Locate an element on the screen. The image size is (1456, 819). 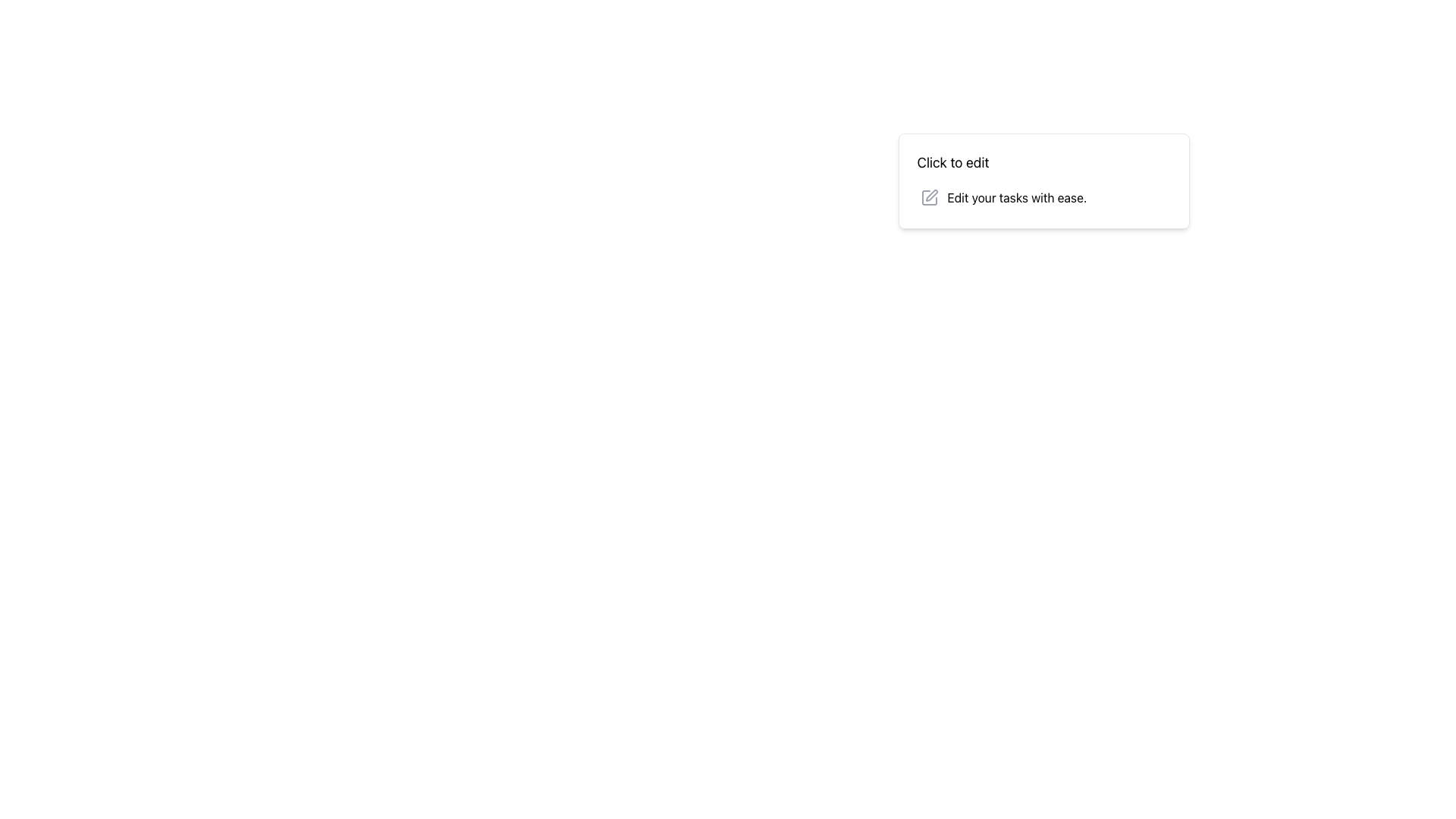
text label displaying 'Edit your tasks with ease.' which is located in a card-like interface to the right of a pencil icon is located at coordinates (1017, 197).